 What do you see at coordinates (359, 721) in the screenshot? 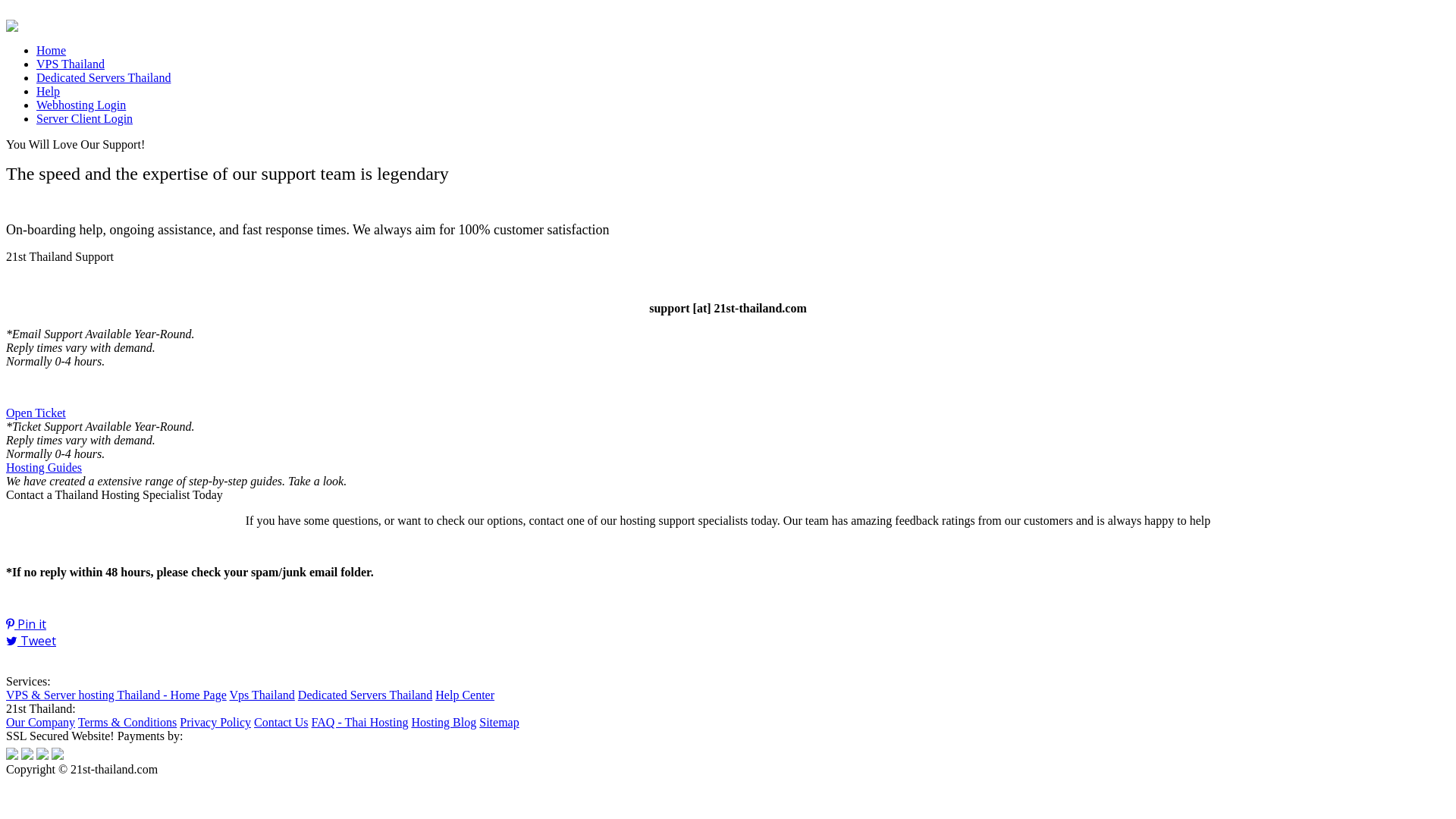
I see `'FAQ - Thai Hosting'` at bounding box center [359, 721].